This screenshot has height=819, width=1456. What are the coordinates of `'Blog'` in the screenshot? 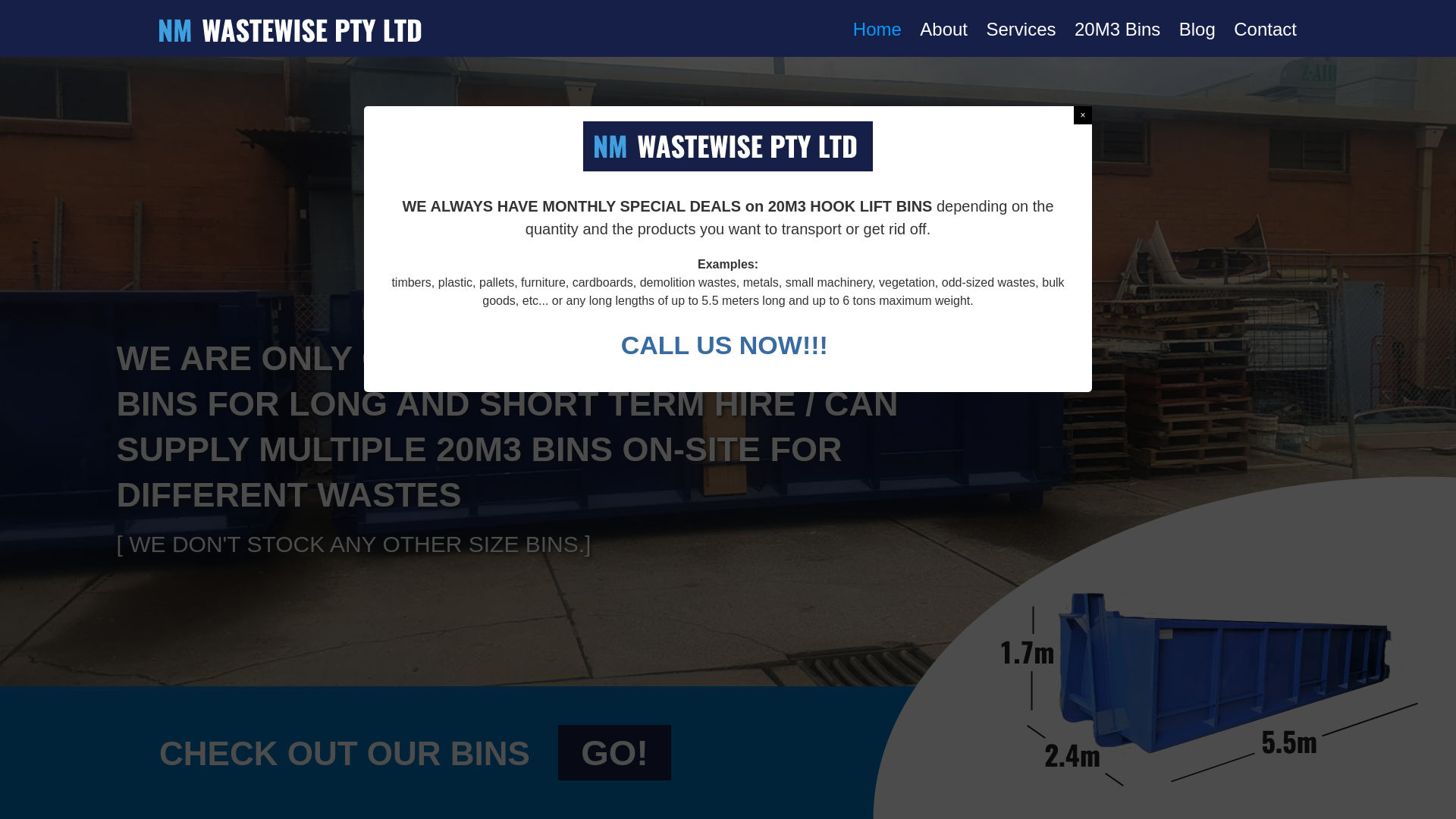 It's located at (1197, 29).